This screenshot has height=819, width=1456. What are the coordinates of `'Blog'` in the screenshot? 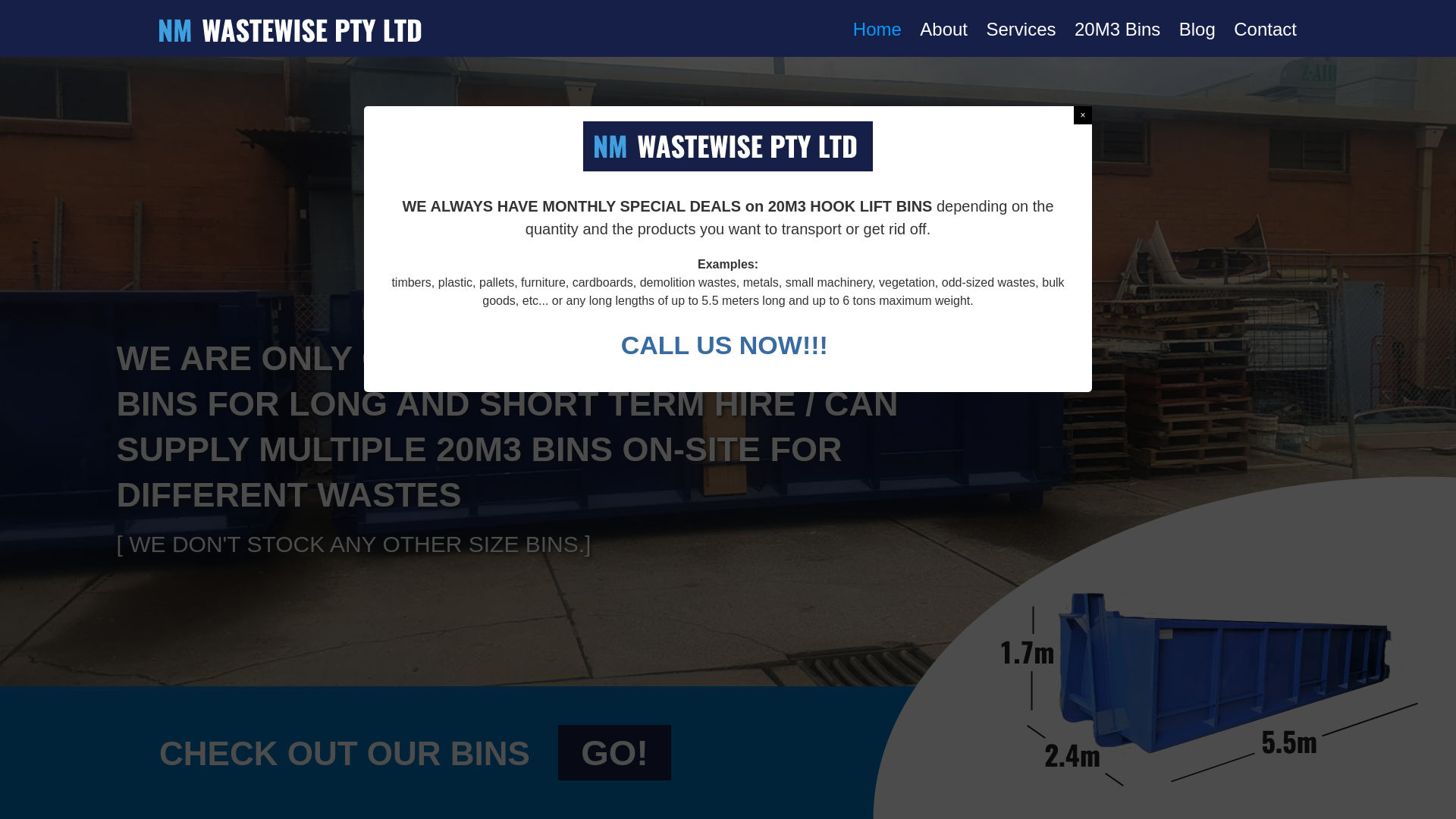 It's located at (1197, 29).